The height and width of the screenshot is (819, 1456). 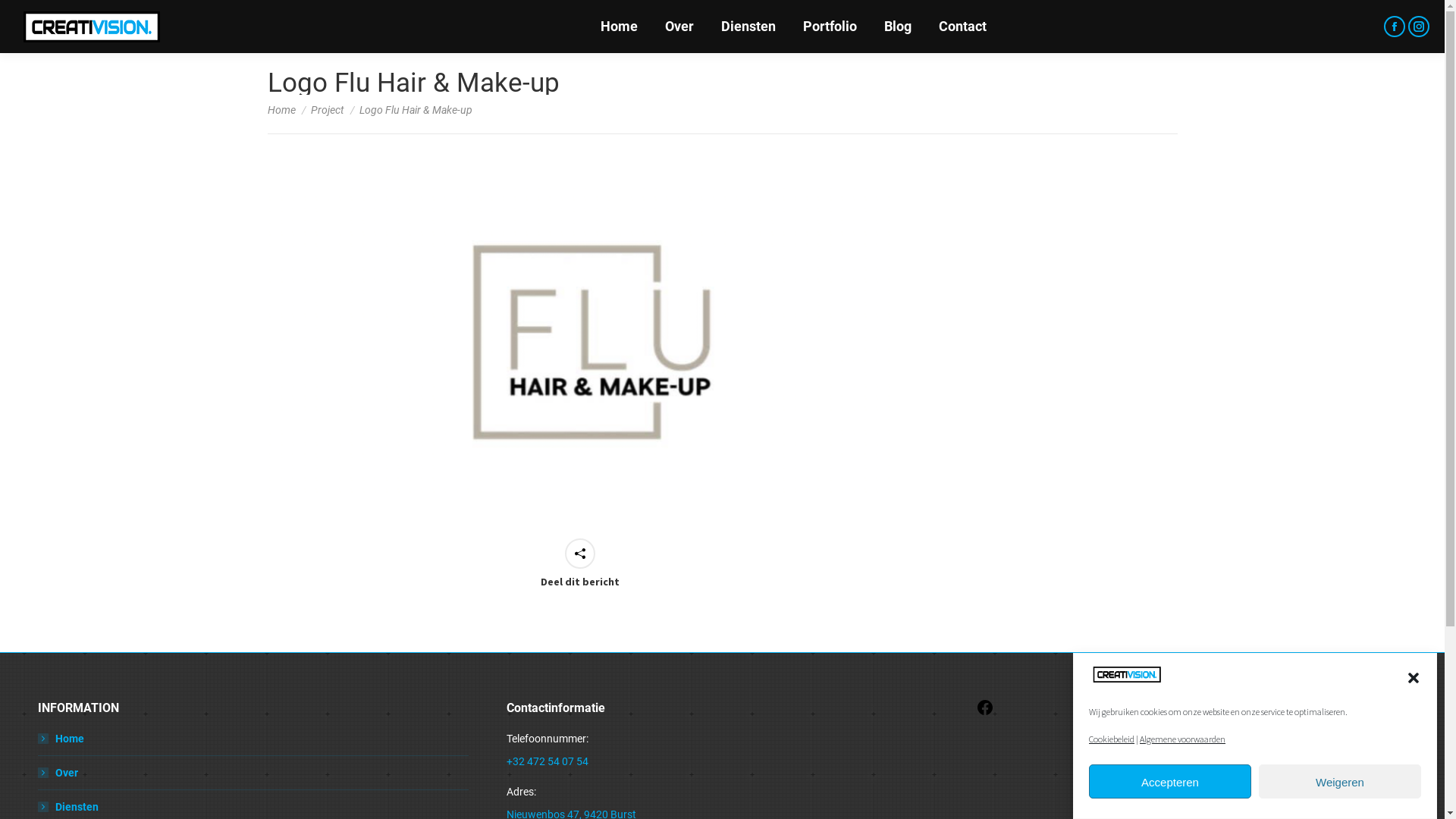 I want to click on 'Over', so click(x=677, y=26).